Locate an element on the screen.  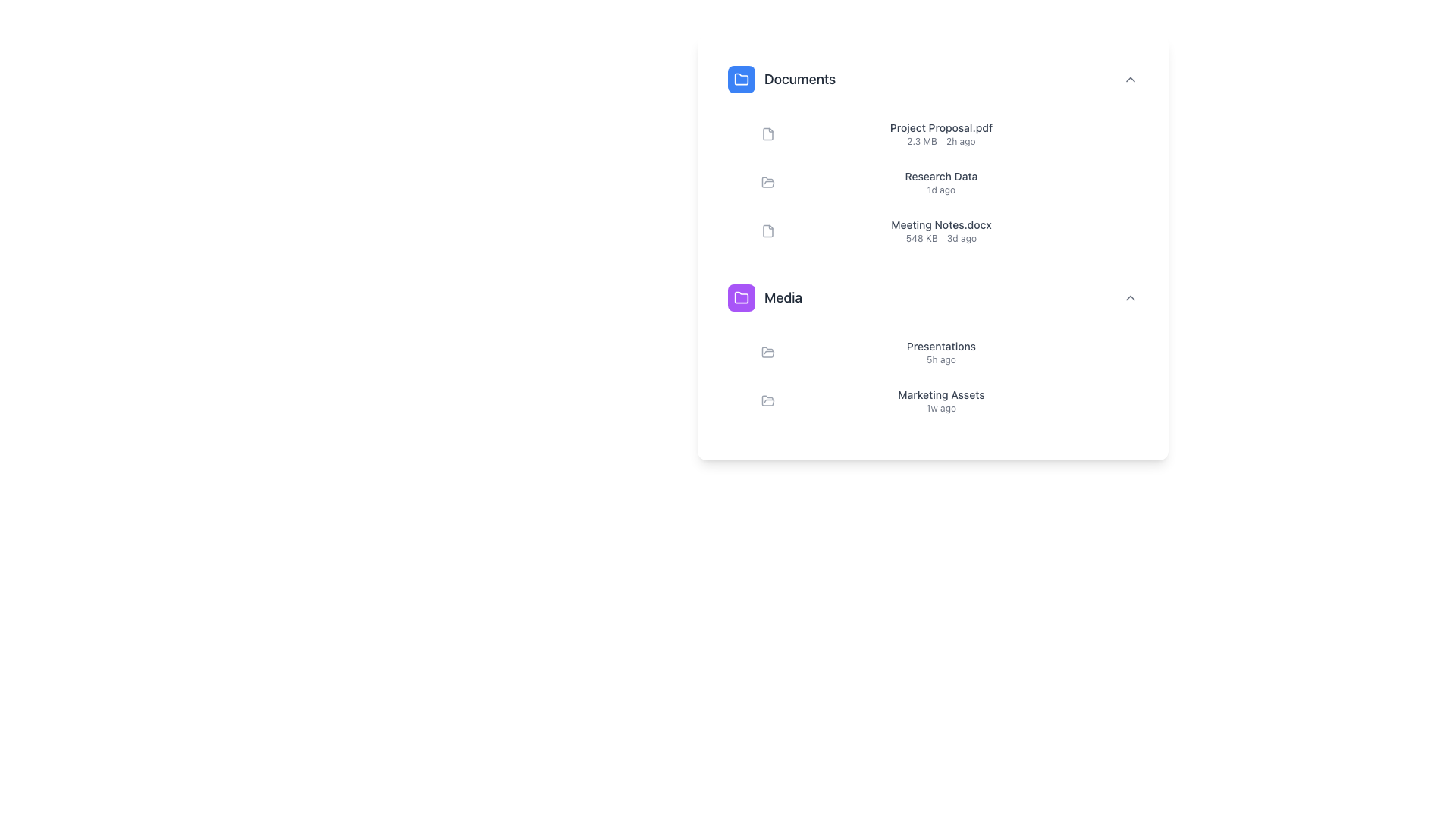
the first selectable list item labeled 'Presentations' under the 'Media' section is located at coordinates (950, 353).